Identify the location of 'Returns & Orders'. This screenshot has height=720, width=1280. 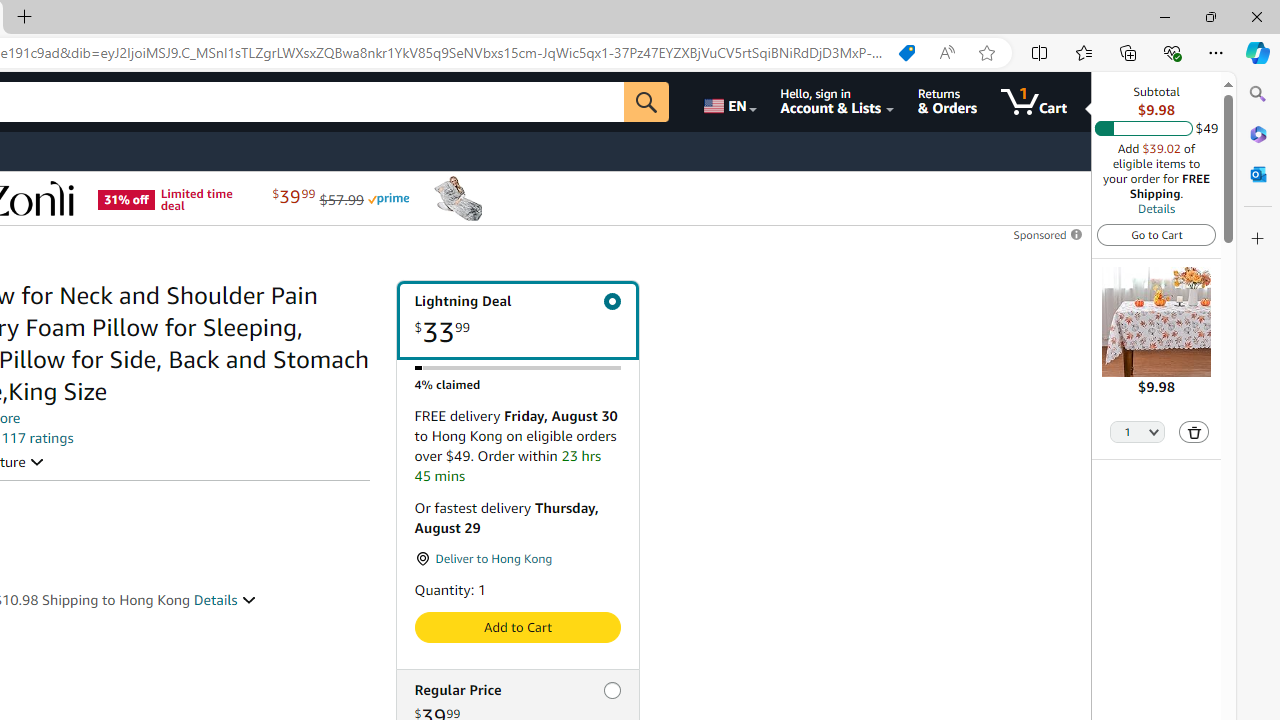
(946, 101).